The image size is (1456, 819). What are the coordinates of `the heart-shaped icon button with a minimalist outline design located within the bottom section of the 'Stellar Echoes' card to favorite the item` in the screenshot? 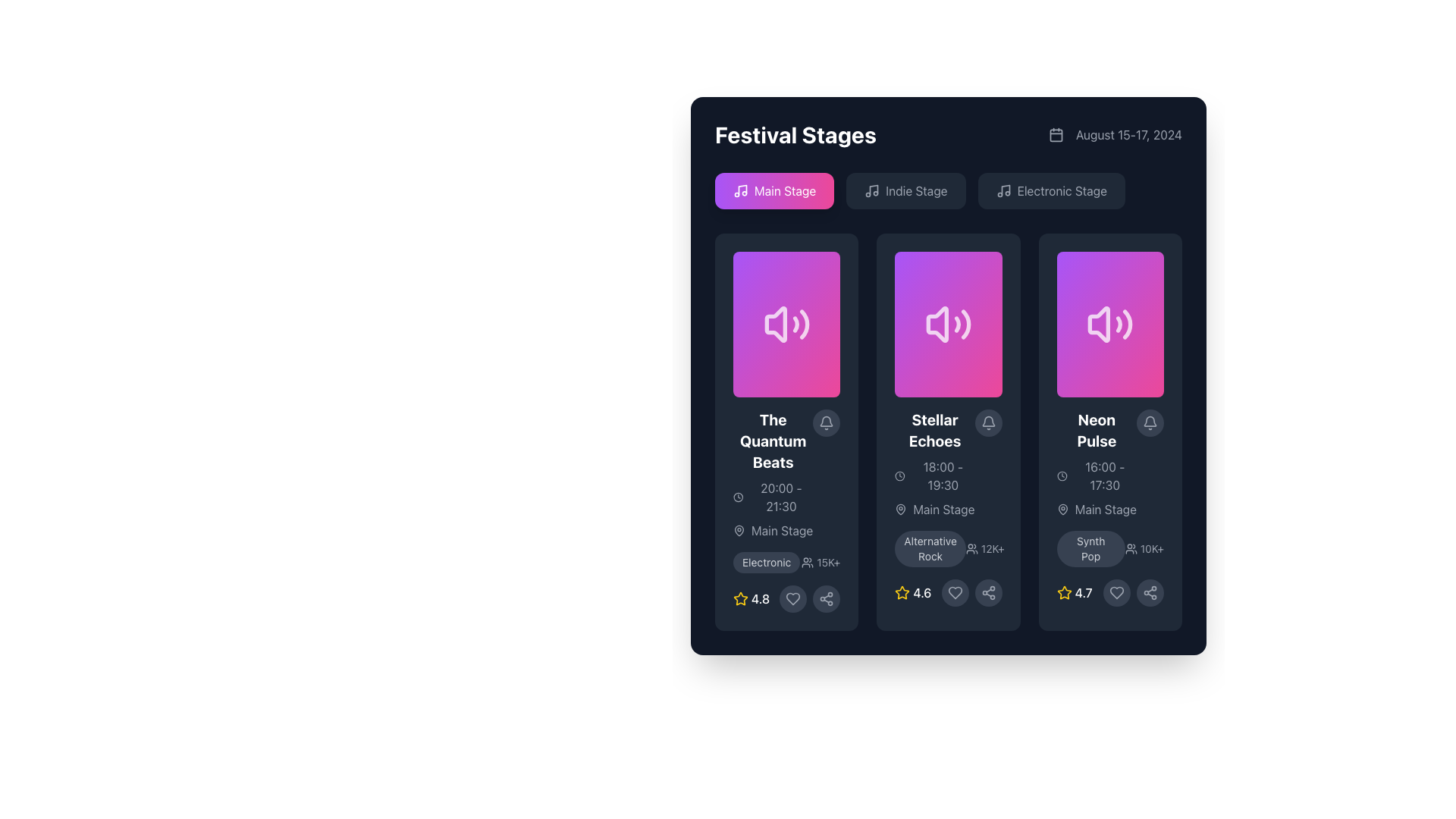 It's located at (954, 592).